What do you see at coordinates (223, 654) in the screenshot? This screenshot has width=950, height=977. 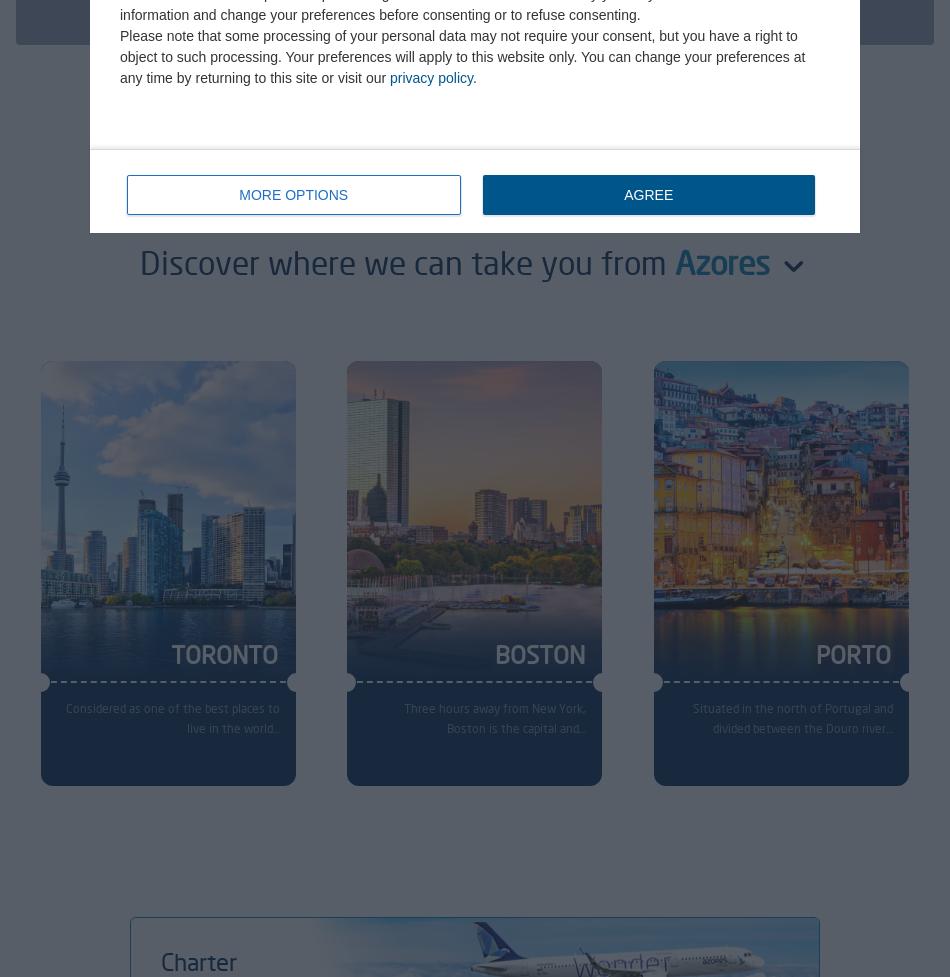 I see `'TORONTO'` at bounding box center [223, 654].